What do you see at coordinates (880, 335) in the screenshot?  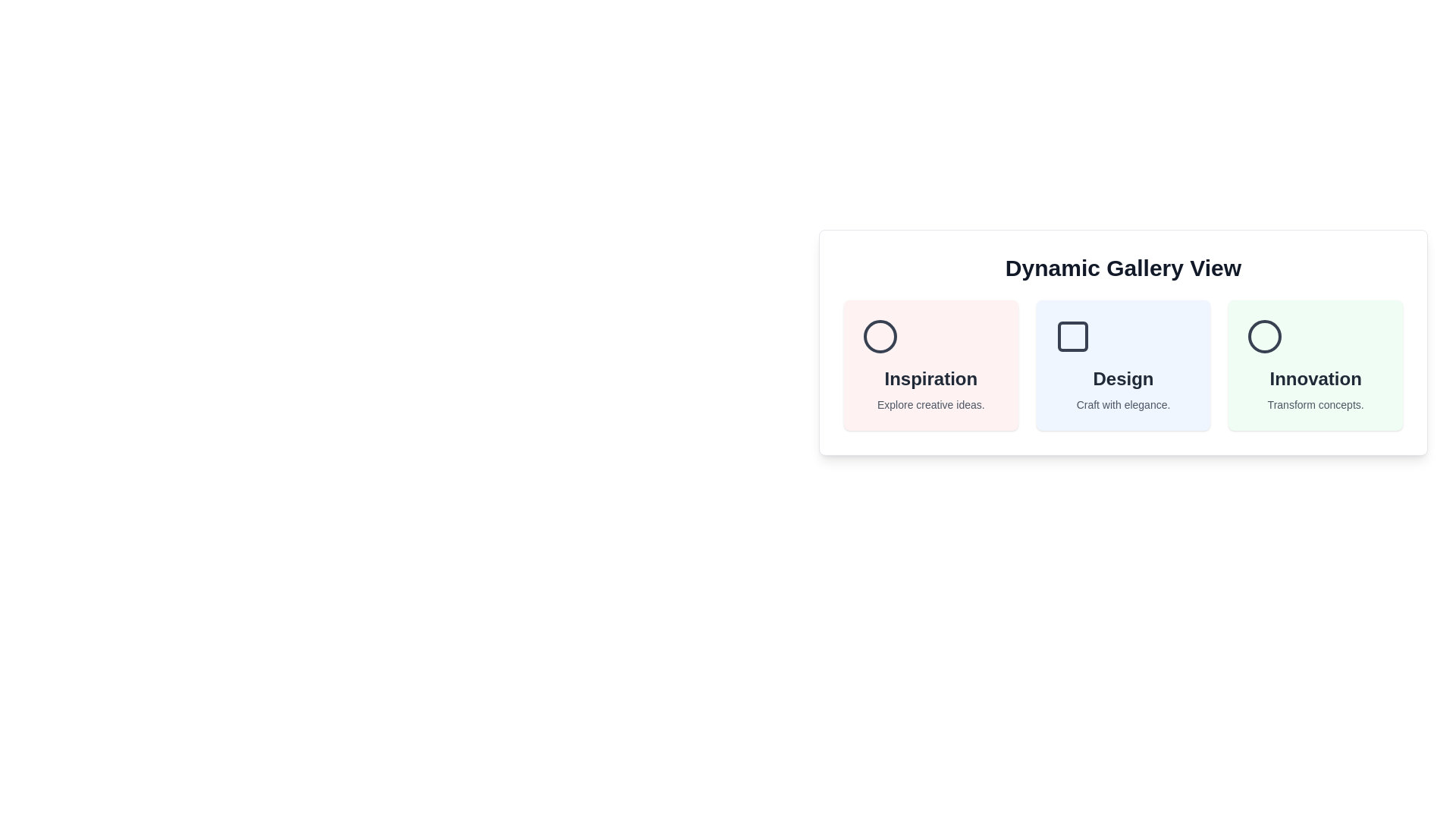 I see `the decorative SVG Circle element in the top-left section of the 'Inspiration' card` at bounding box center [880, 335].